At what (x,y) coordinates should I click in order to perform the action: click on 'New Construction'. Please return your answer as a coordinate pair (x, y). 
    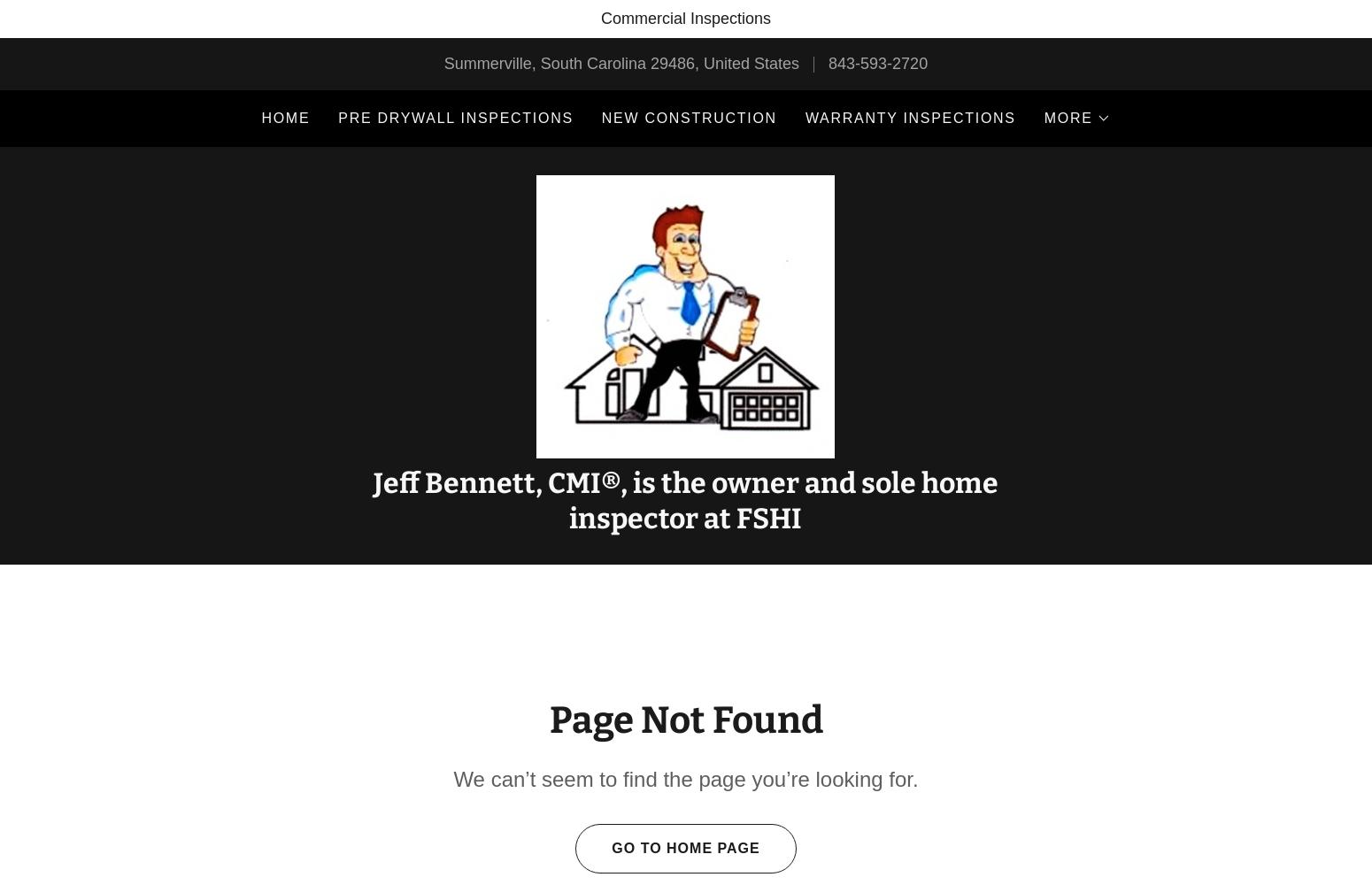
    Looking at the image, I should click on (687, 118).